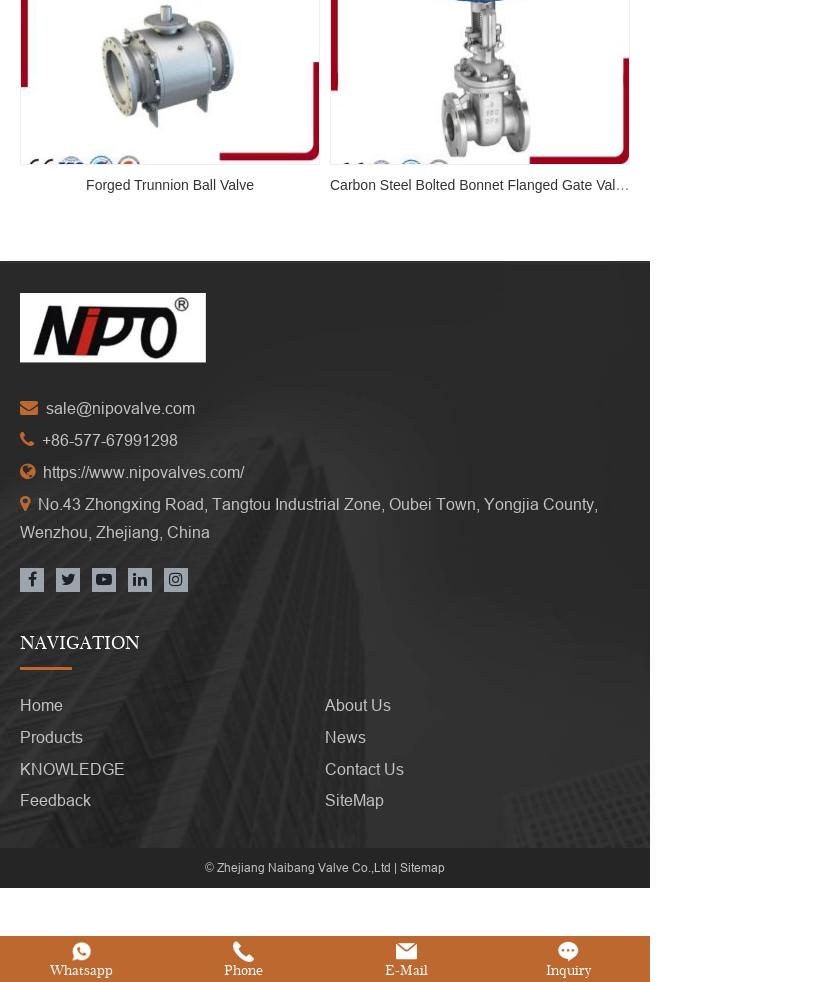 The image size is (833, 982). Describe the element at coordinates (19, 704) in the screenshot. I see `'Home'` at that location.